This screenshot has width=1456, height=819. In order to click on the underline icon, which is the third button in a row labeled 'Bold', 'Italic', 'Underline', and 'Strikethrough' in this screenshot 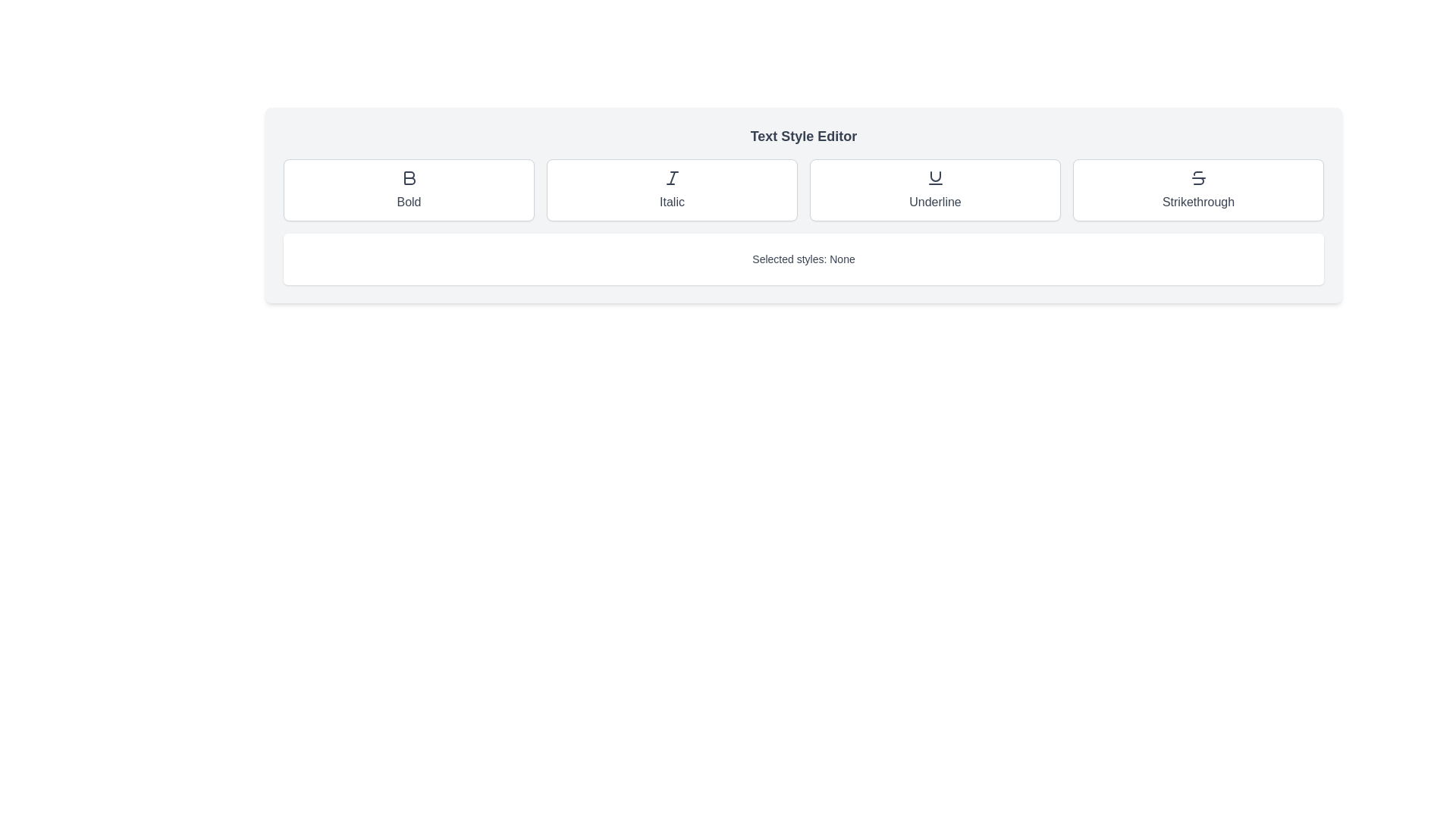, I will do `click(934, 177)`.